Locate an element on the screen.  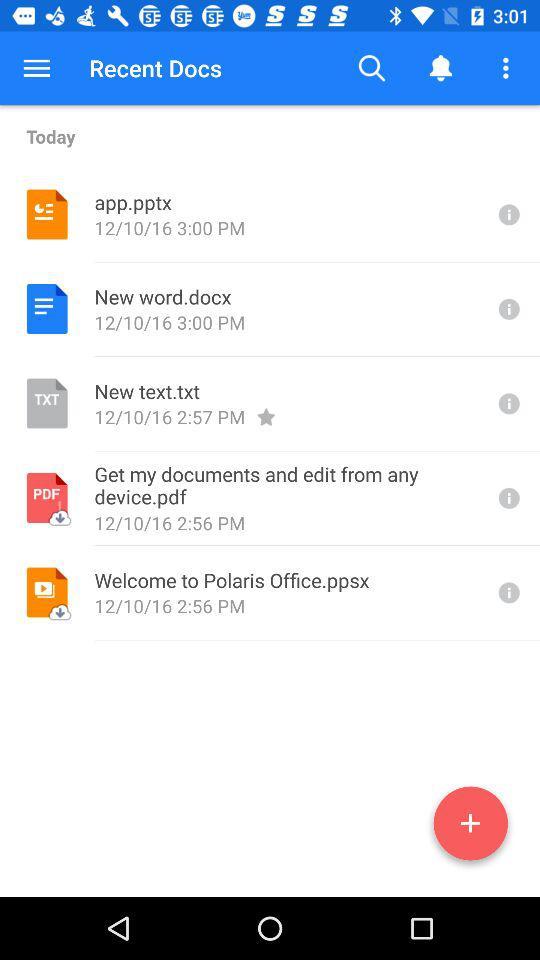
icon to the left of the recent docs button is located at coordinates (36, 68).